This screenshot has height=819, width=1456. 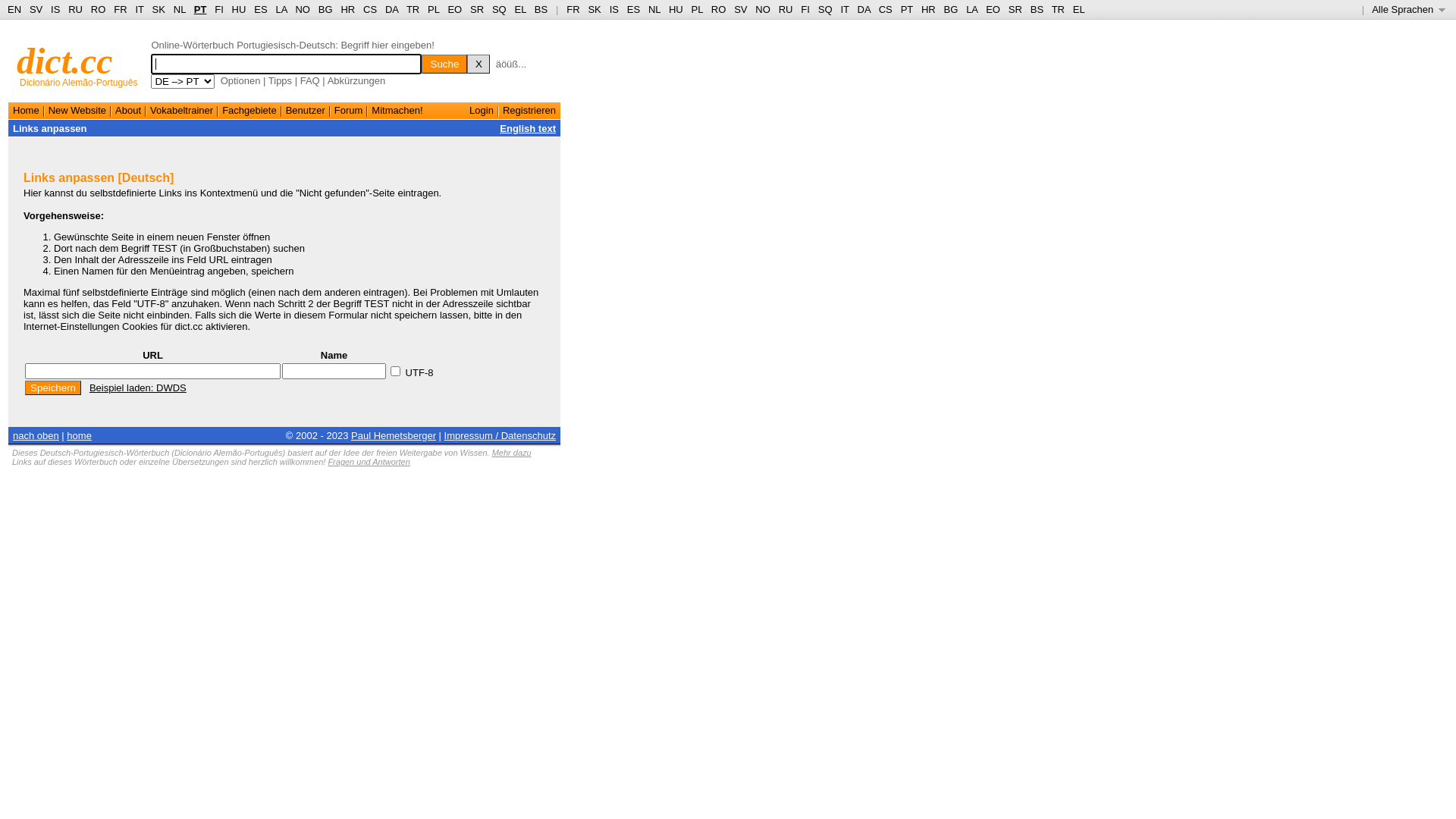 I want to click on 'Fragen und Antworten', so click(x=327, y=461).